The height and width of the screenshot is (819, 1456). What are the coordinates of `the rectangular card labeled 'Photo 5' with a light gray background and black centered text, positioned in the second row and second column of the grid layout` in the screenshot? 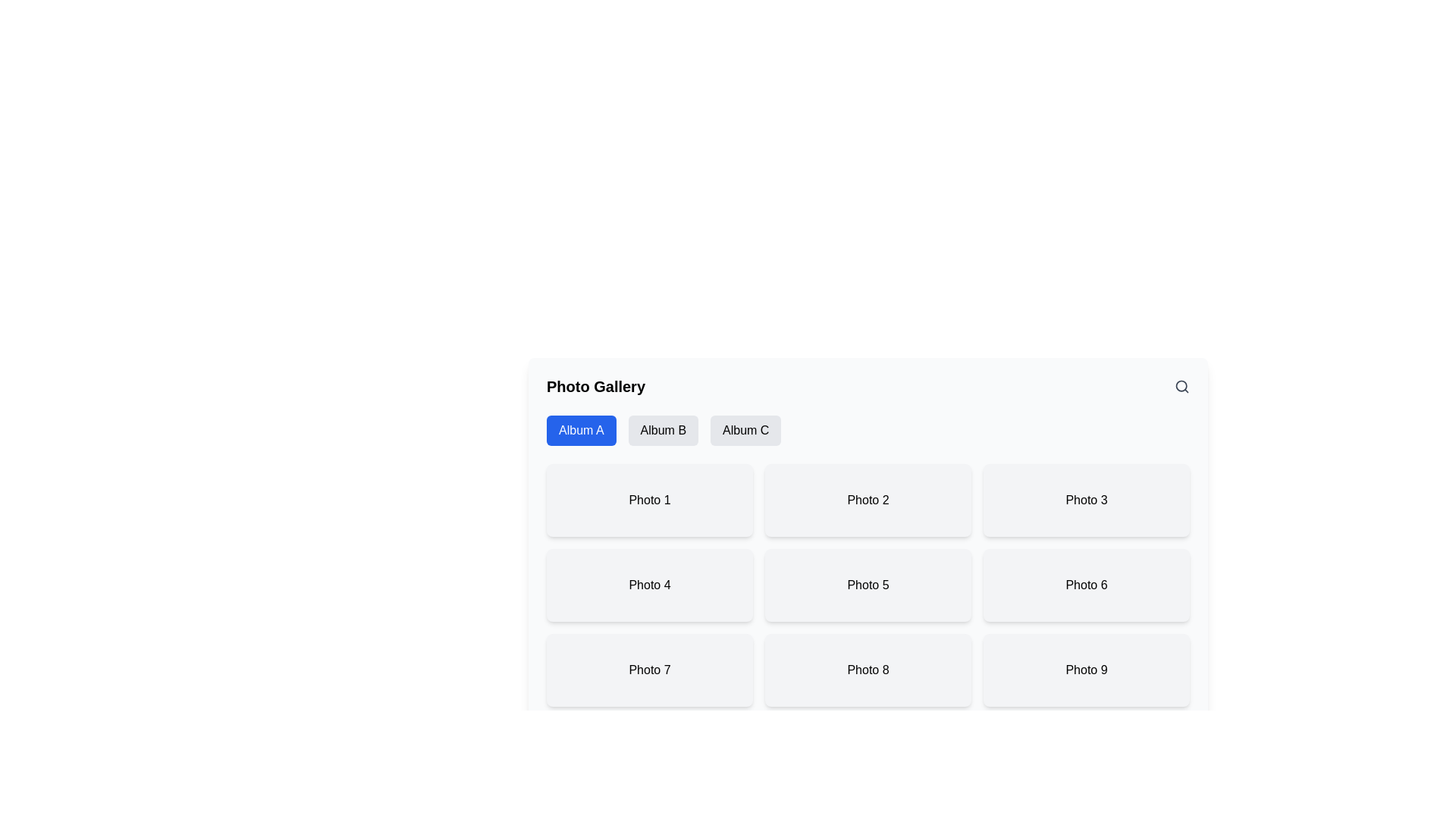 It's located at (868, 584).